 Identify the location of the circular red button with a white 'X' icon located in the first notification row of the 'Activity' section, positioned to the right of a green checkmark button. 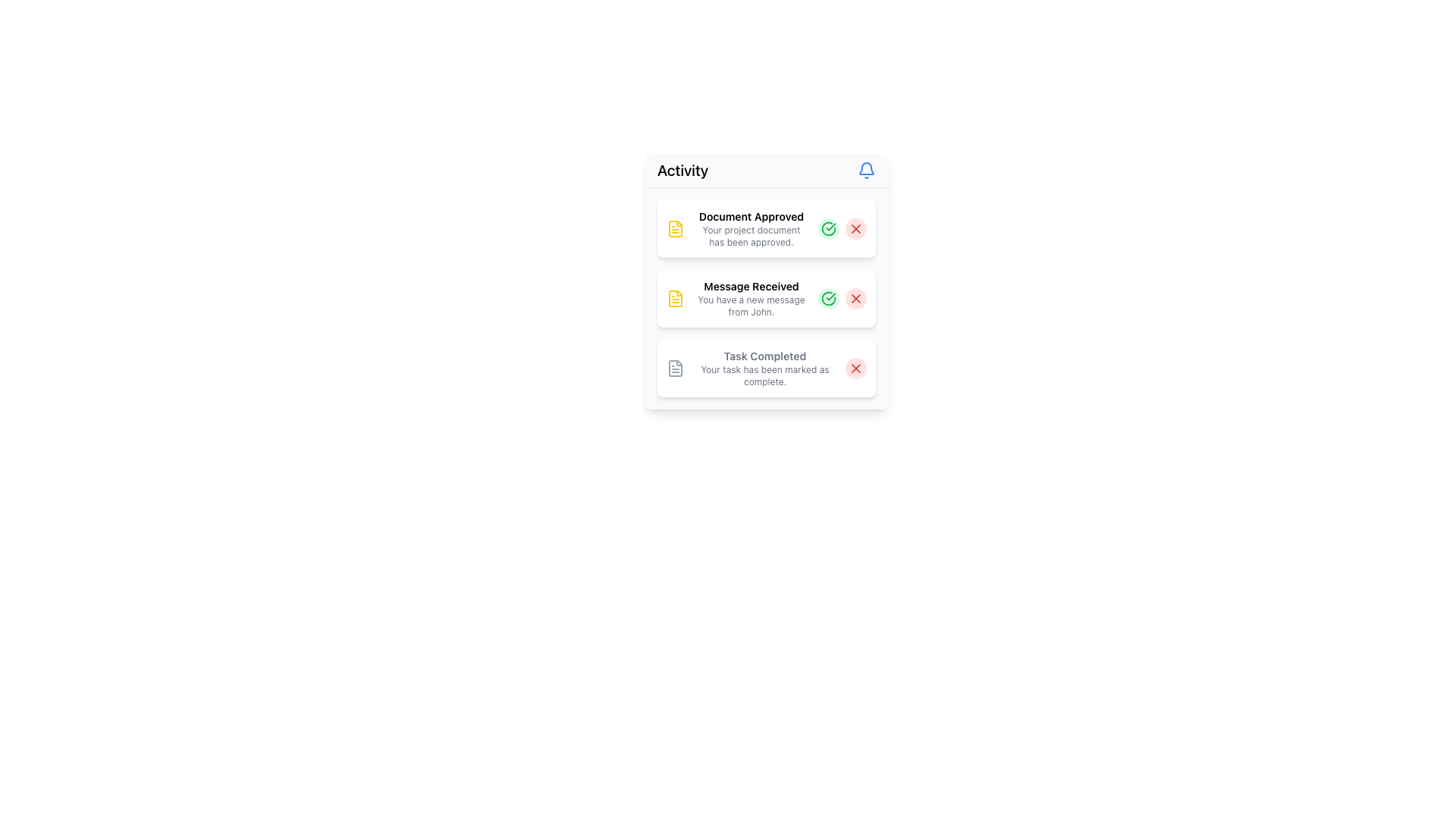
(855, 228).